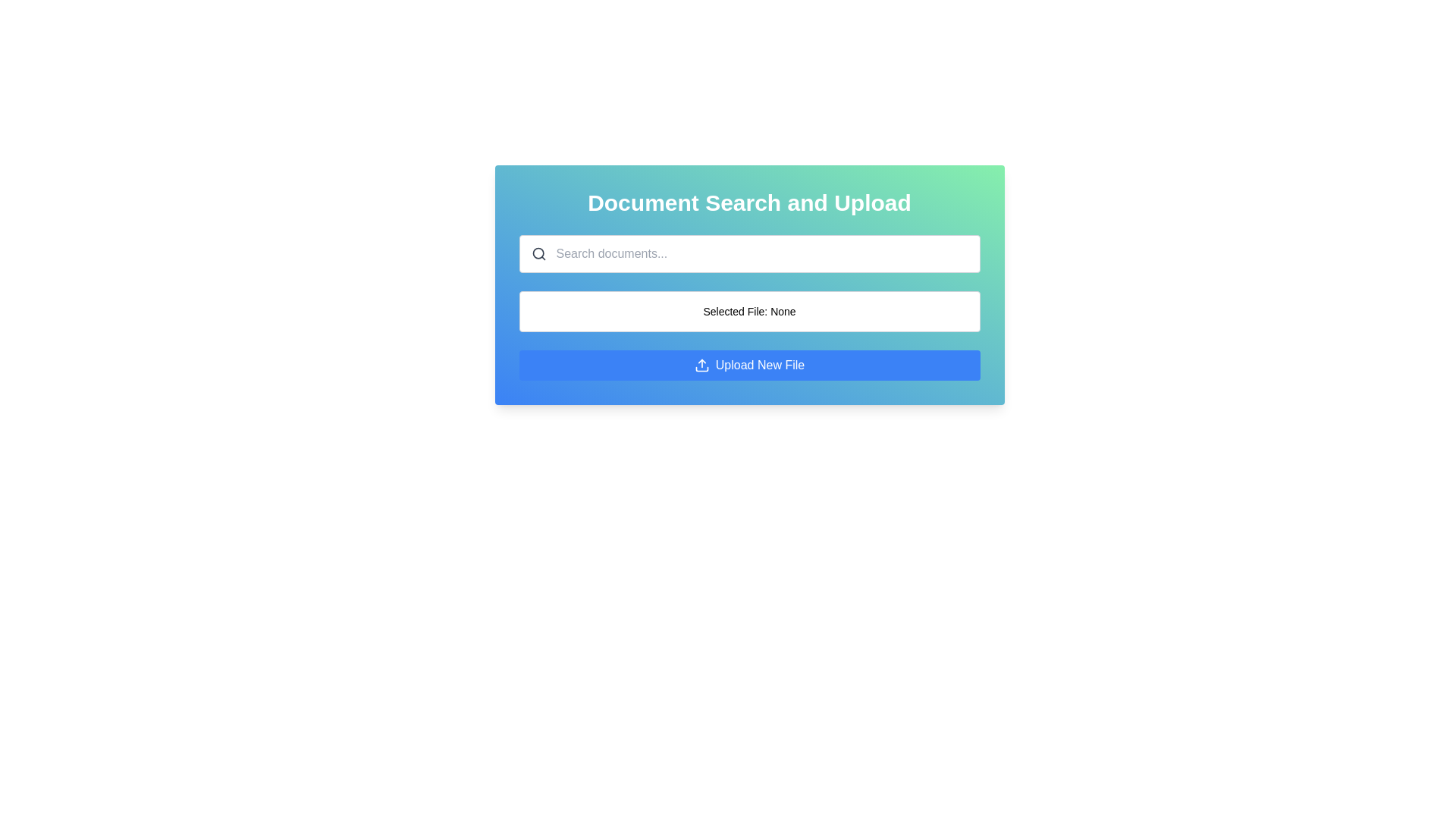 The width and height of the screenshot is (1456, 819). I want to click on the upload icon, which is a small blue upward-pointing arrow icon located at the center of the 'Upload New File' button, so click(701, 366).